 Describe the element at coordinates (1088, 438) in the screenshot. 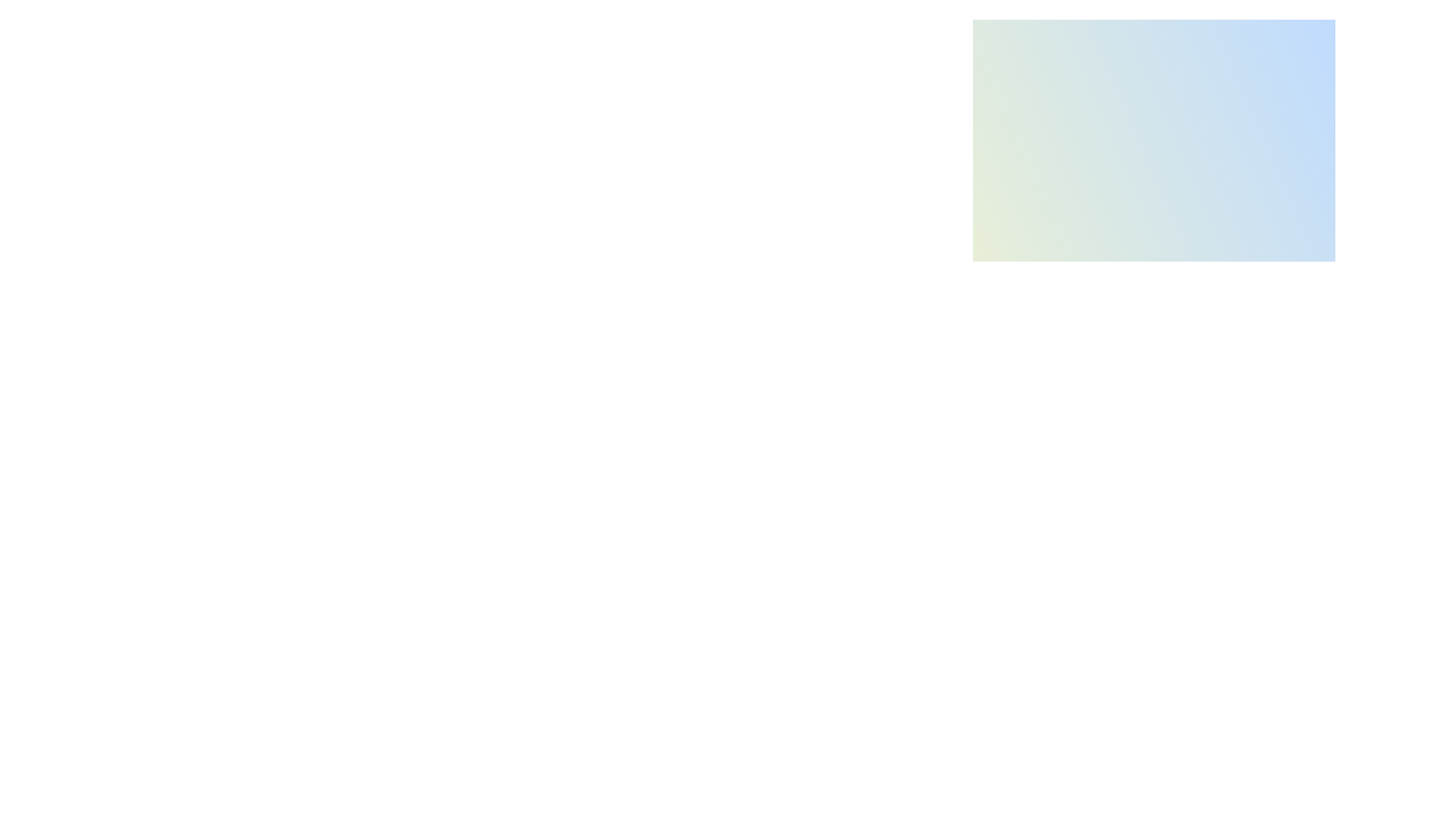

I see `the airflow slider to 22%` at that location.